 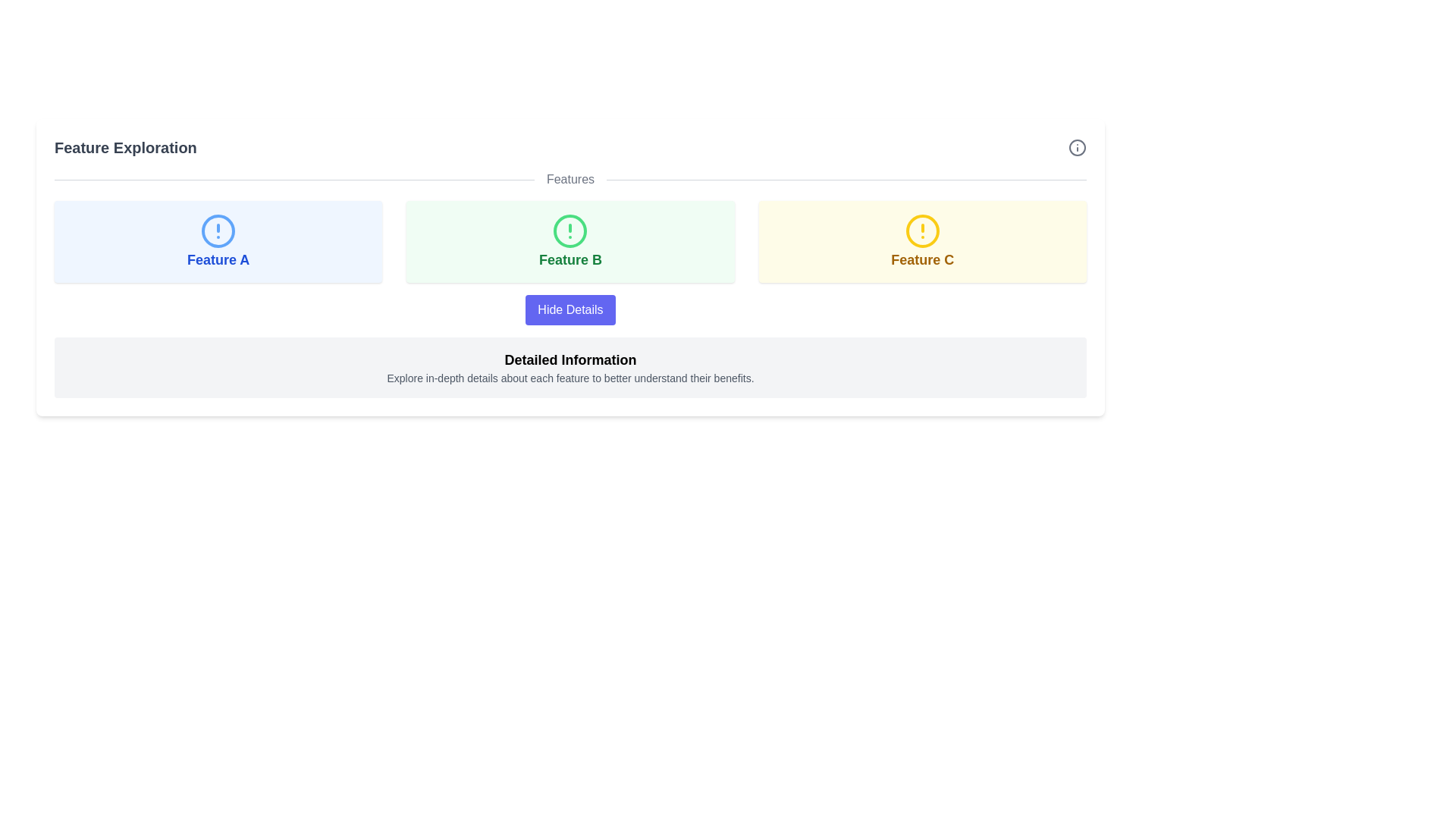 What do you see at coordinates (218, 231) in the screenshot?
I see `the circular icon with a blue outline and an exclamation mark in its center, located at the center top of the 'Feature A' card` at bounding box center [218, 231].